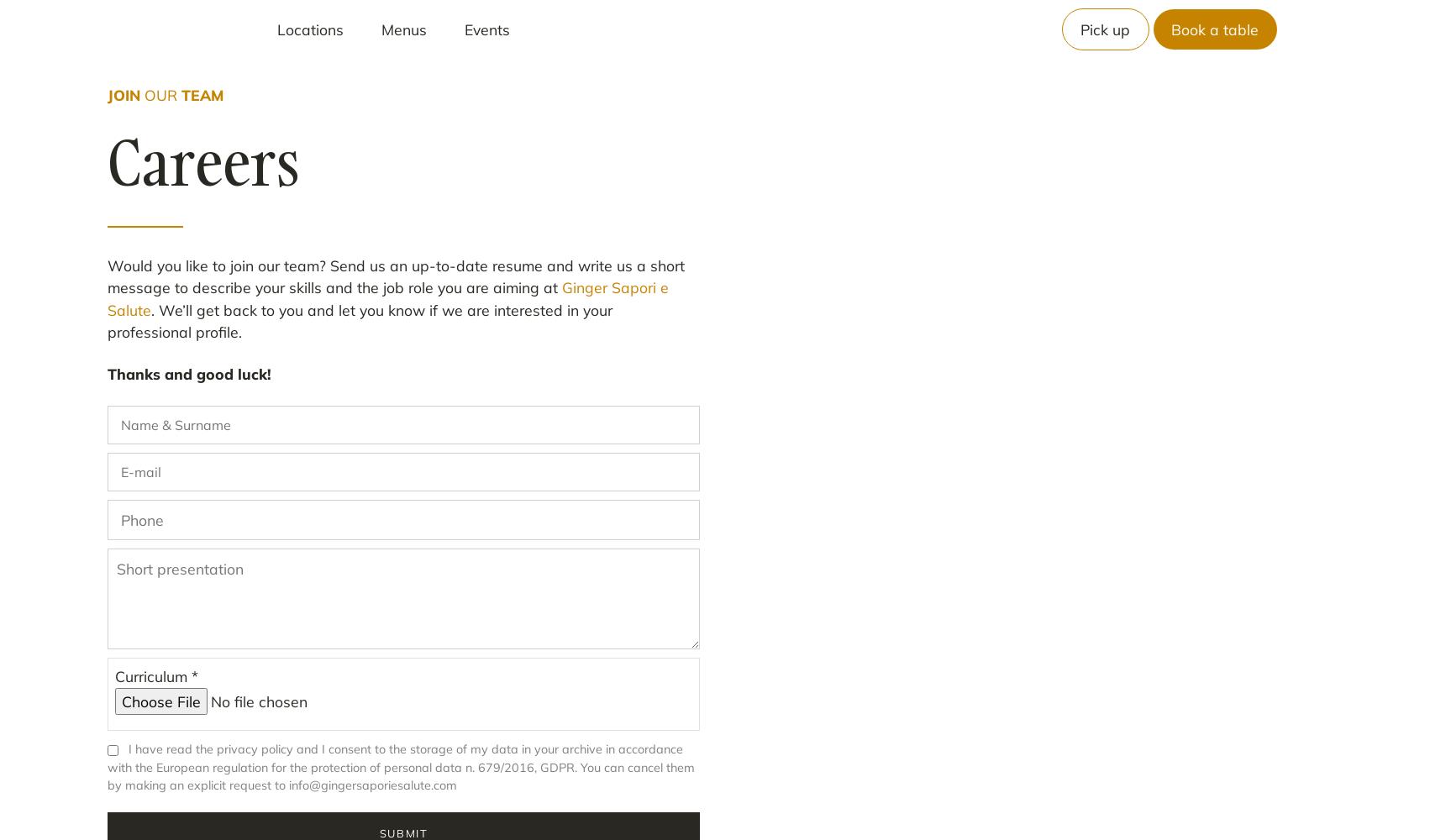  I want to click on 'Locations', so click(309, 29).